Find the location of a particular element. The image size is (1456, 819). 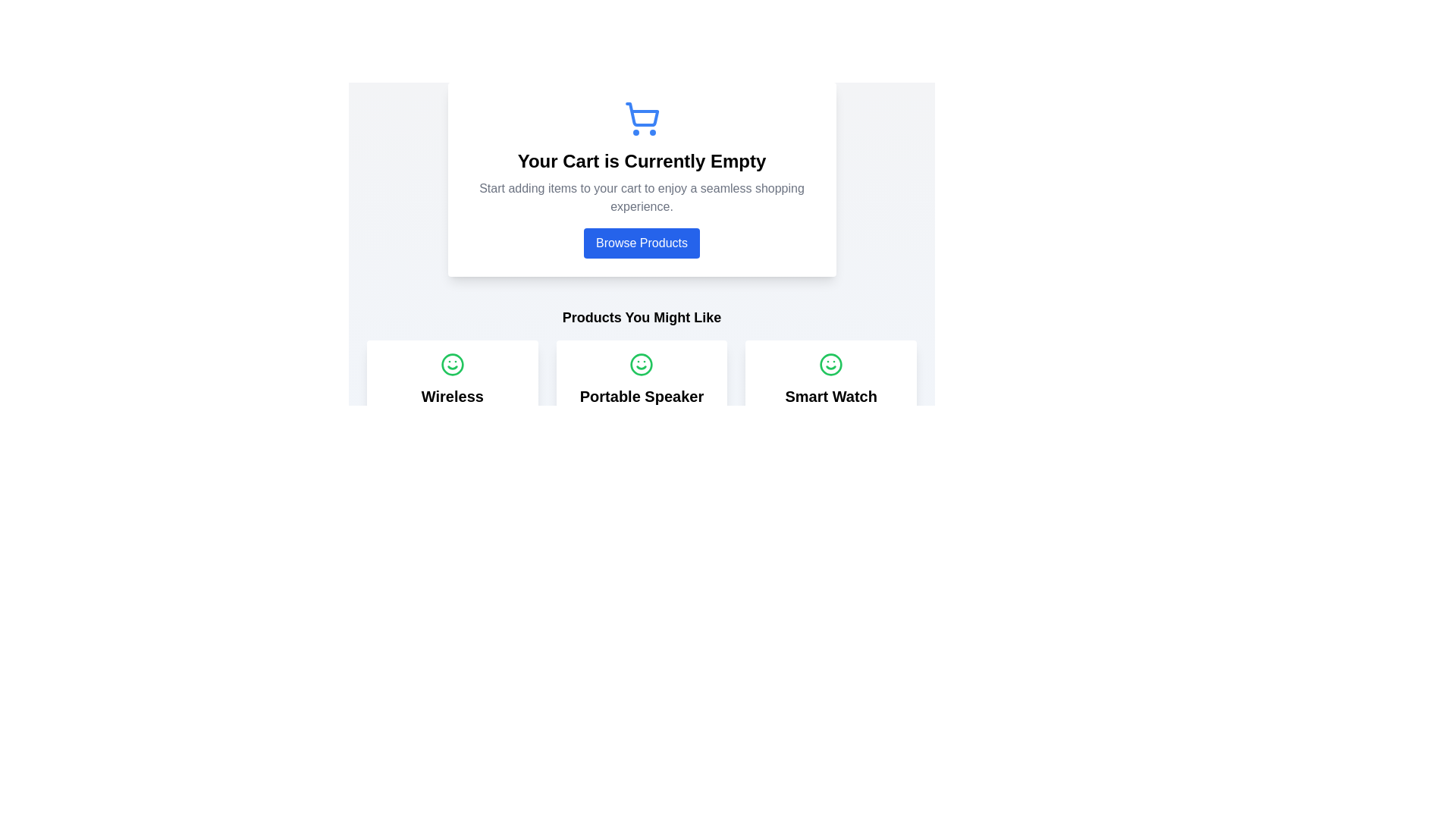

the Text Label displaying 'Smart Watch' in bold, extra-large font located in the center of the card below the icon and above the price information is located at coordinates (830, 396).